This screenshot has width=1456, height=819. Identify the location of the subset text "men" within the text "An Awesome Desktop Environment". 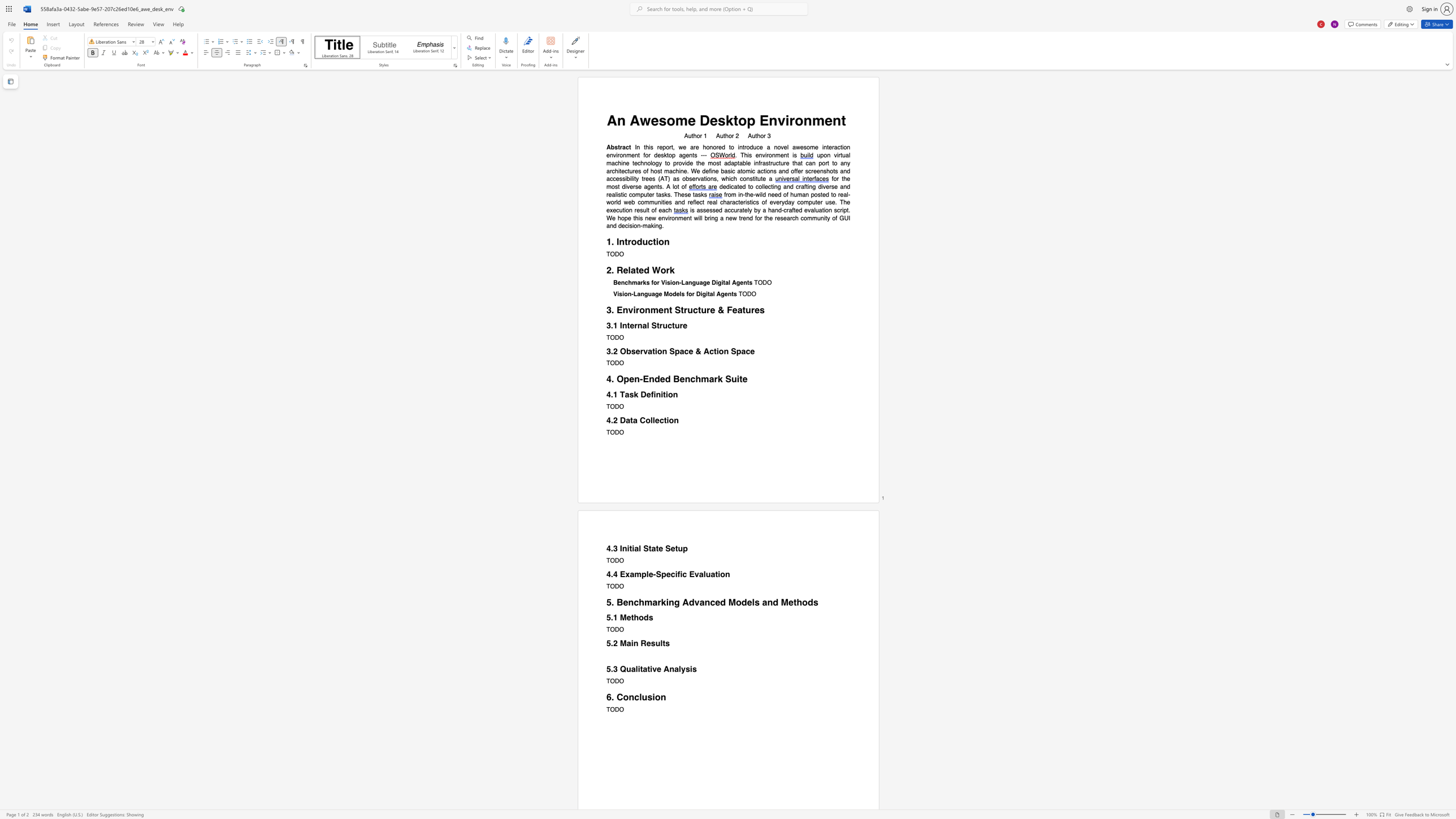
(812, 120).